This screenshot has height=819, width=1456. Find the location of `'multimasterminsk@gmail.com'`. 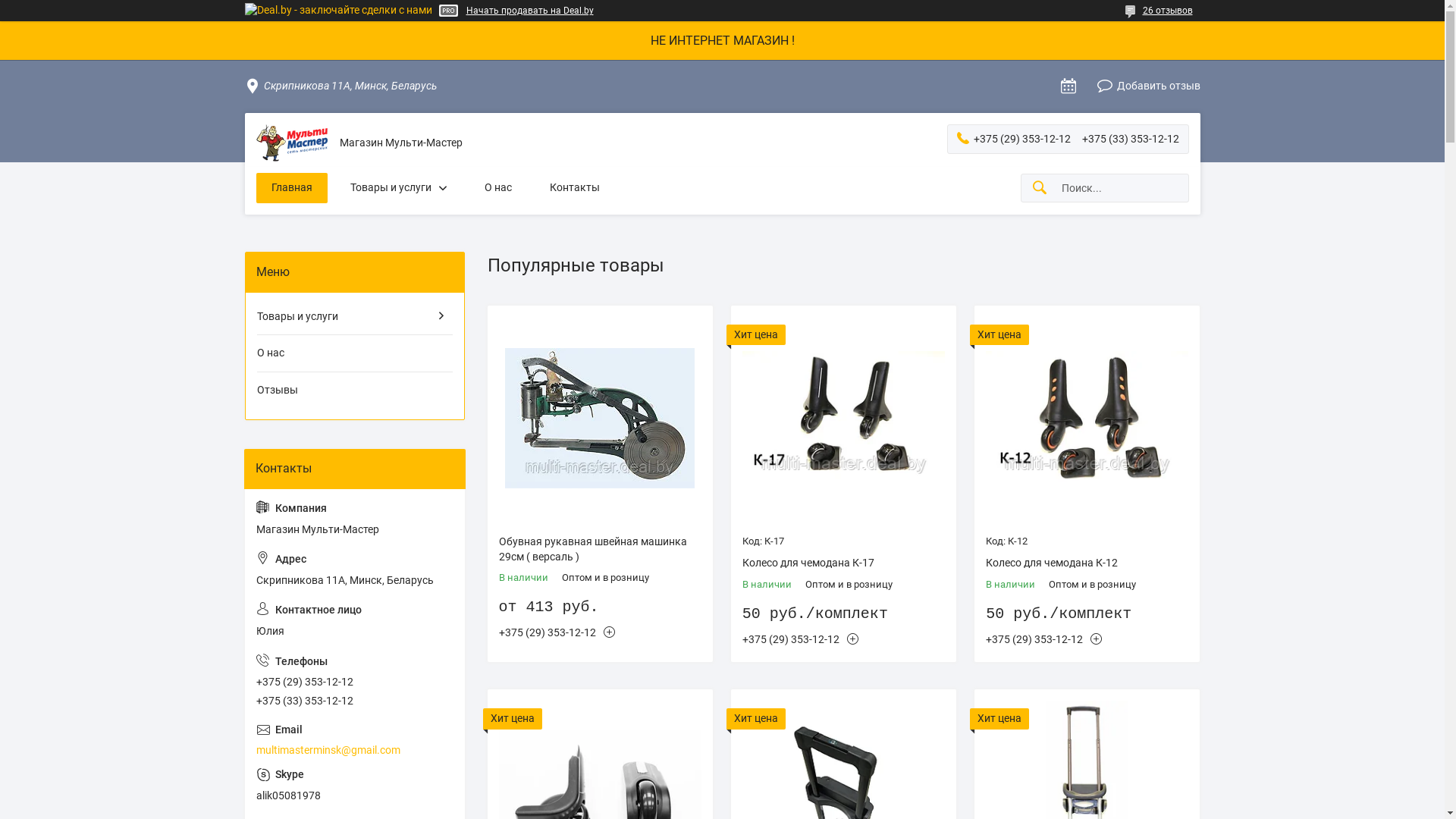

'multimasterminsk@gmail.com' is located at coordinates (354, 739).